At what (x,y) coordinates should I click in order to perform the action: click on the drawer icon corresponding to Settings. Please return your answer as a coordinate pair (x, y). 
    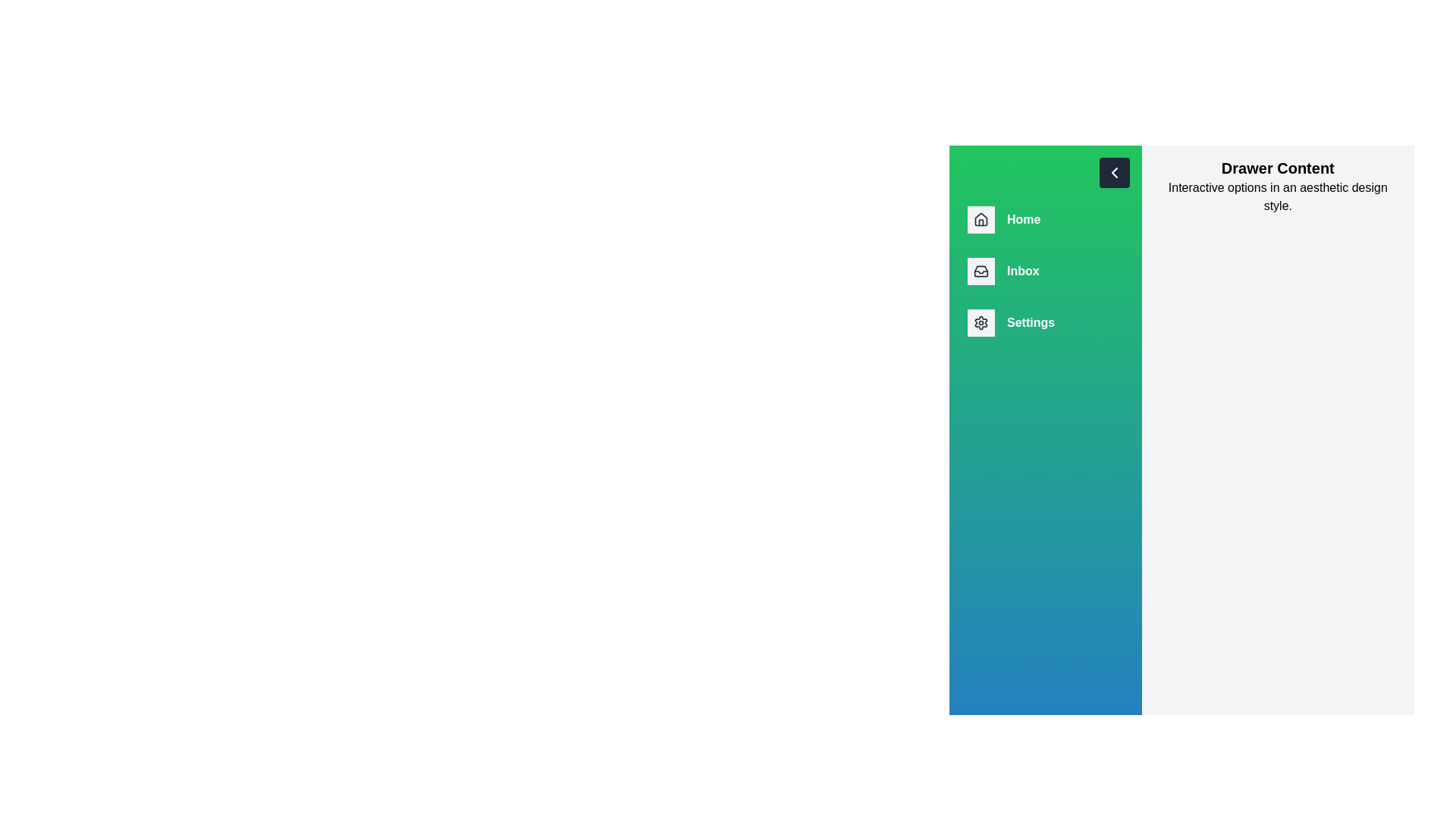
    Looking at the image, I should click on (981, 322).